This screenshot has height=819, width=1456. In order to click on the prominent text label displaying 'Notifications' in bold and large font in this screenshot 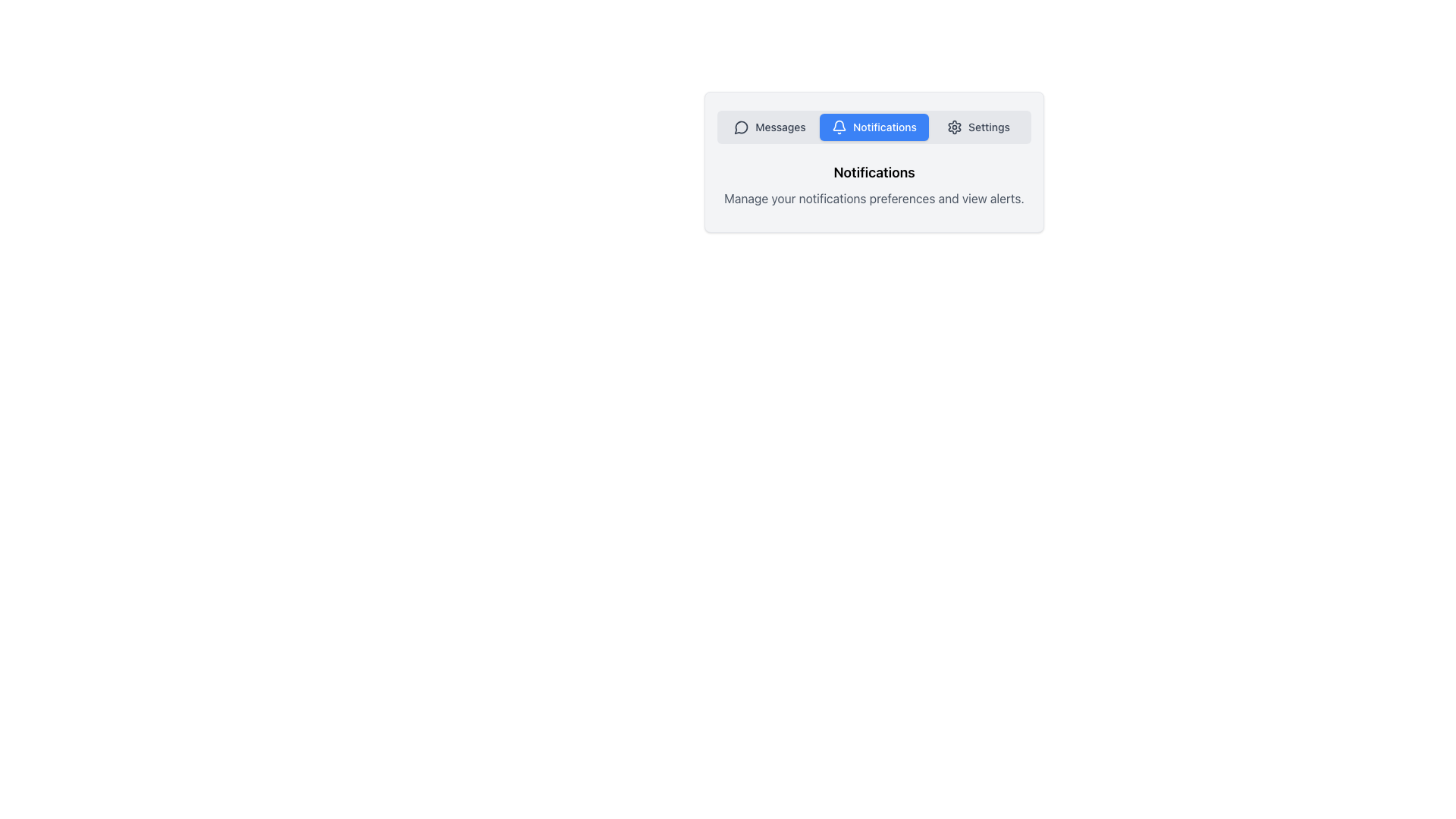, I will do `click(874, 171)`.